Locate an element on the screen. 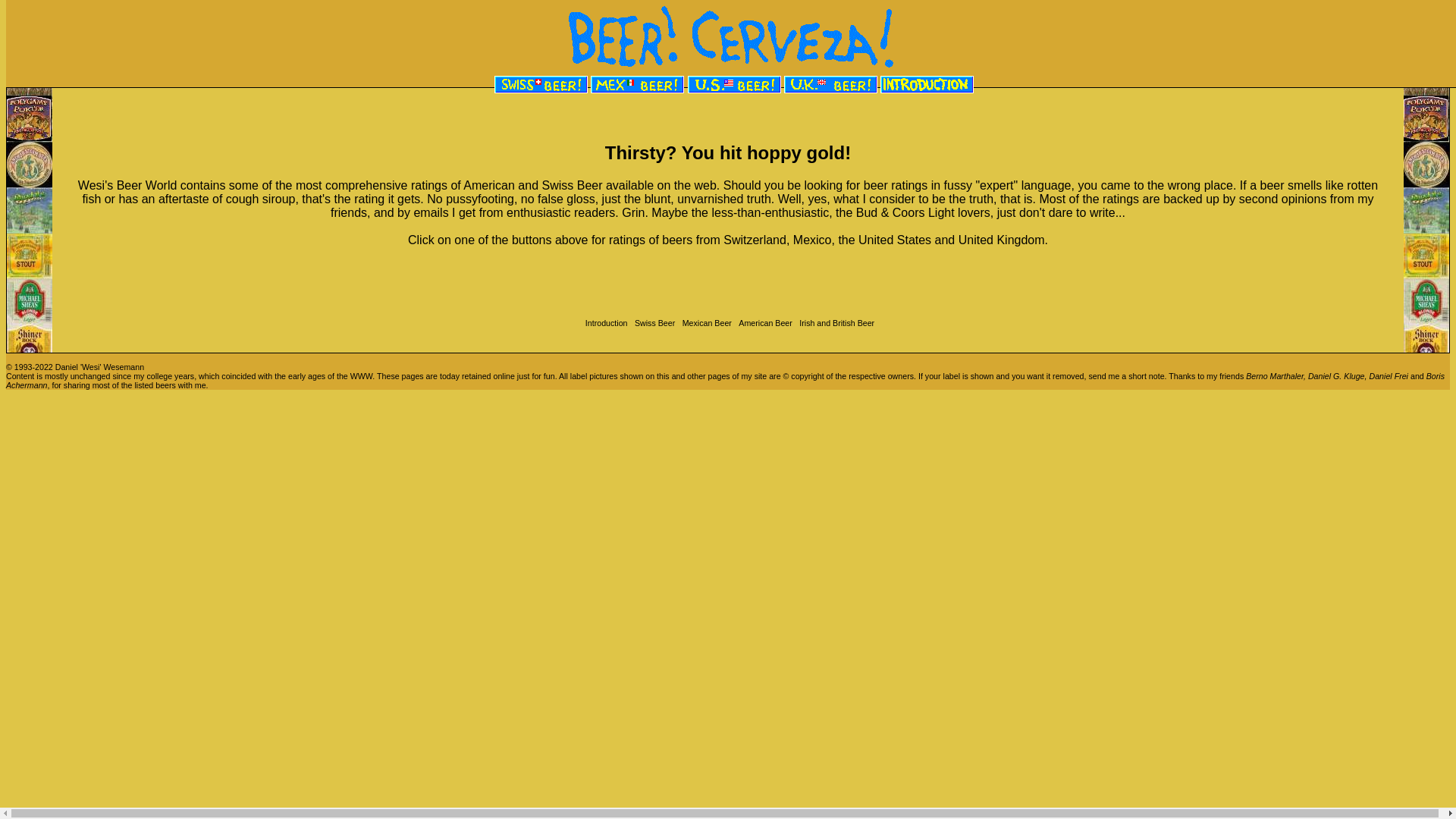 This screenshot has width=1456, height=819. 'Swiss Beer' is located at coordinates (652, 322).